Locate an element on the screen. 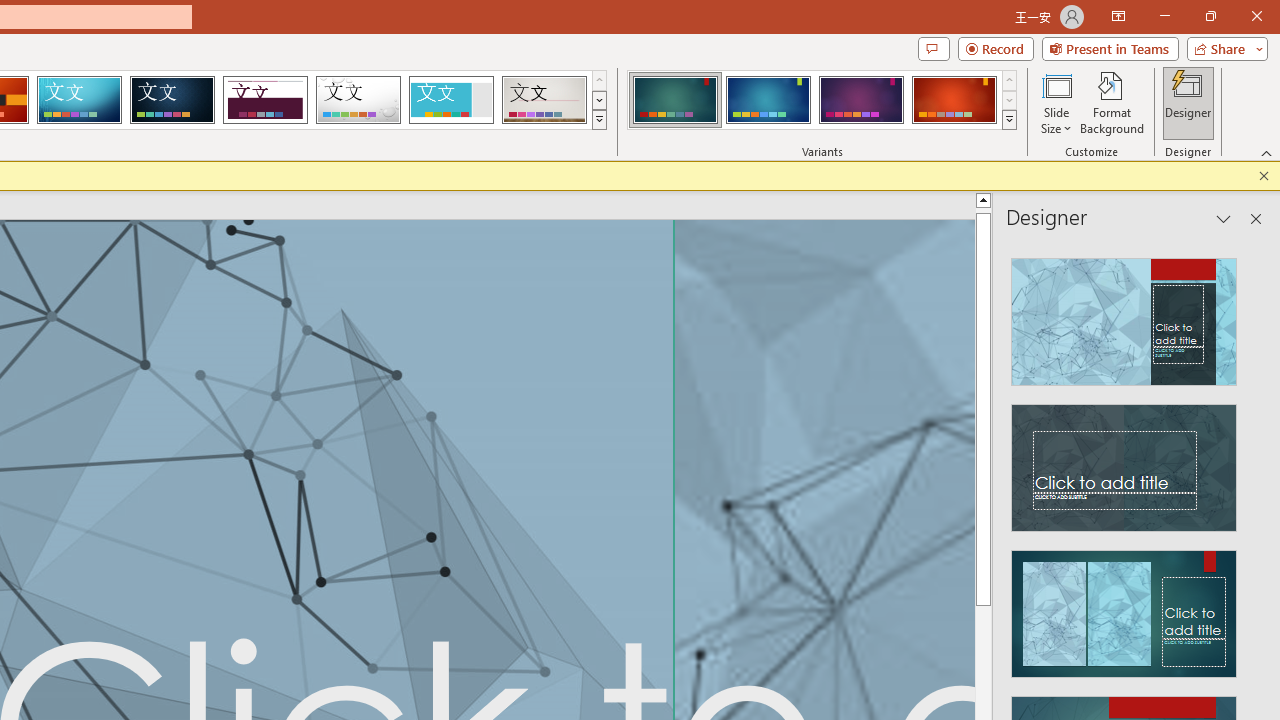 The image size is (1280, 720). 'Row Down' is located at coordinates (1009, 100).